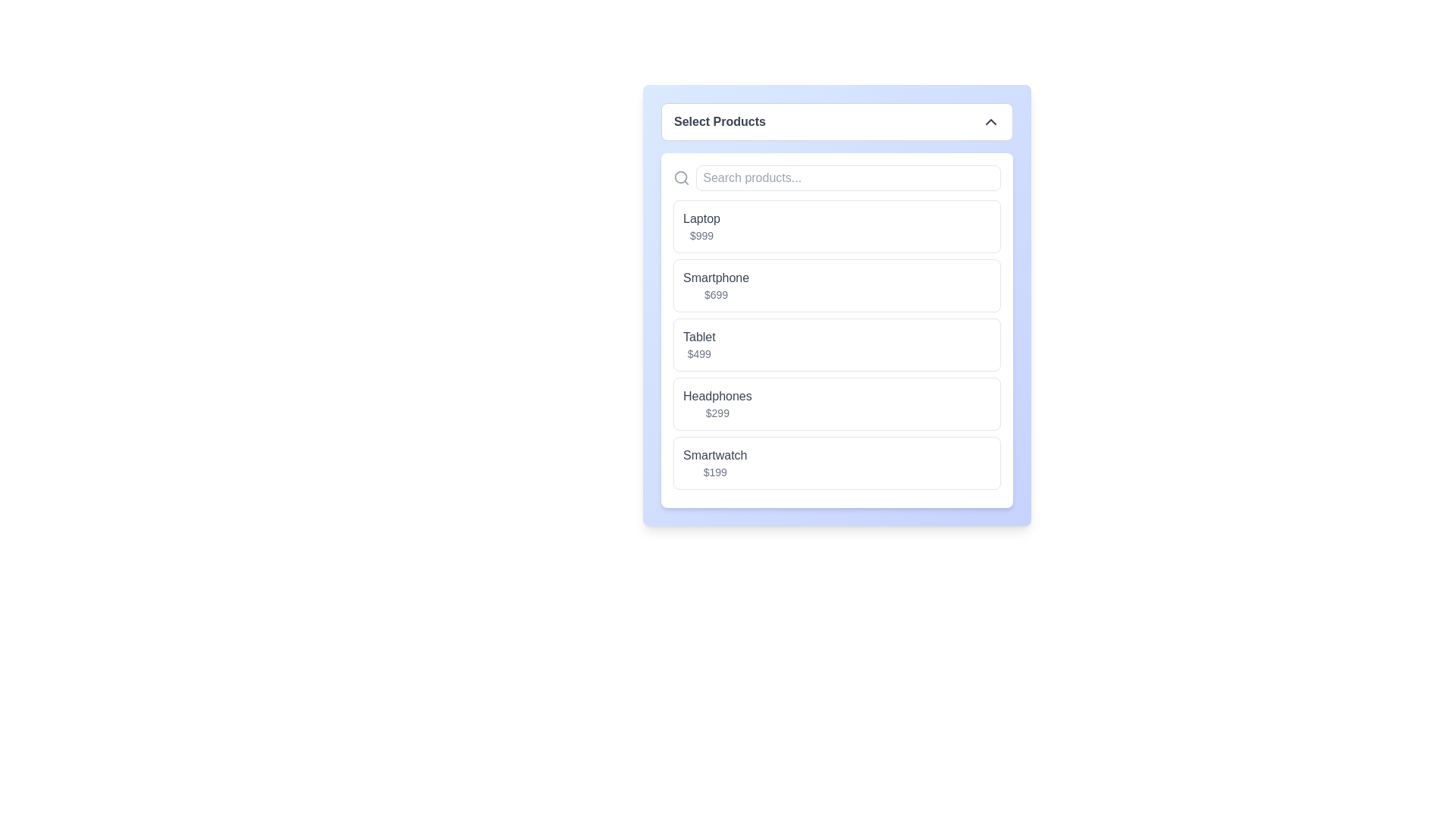 This screenshot has width=1456, height=819. What do you see at coordinates (698, 345) in the screenshot?
I see `the list item containing the product 'Tablet' priced at '$499'` at bounding box center [698, 345].